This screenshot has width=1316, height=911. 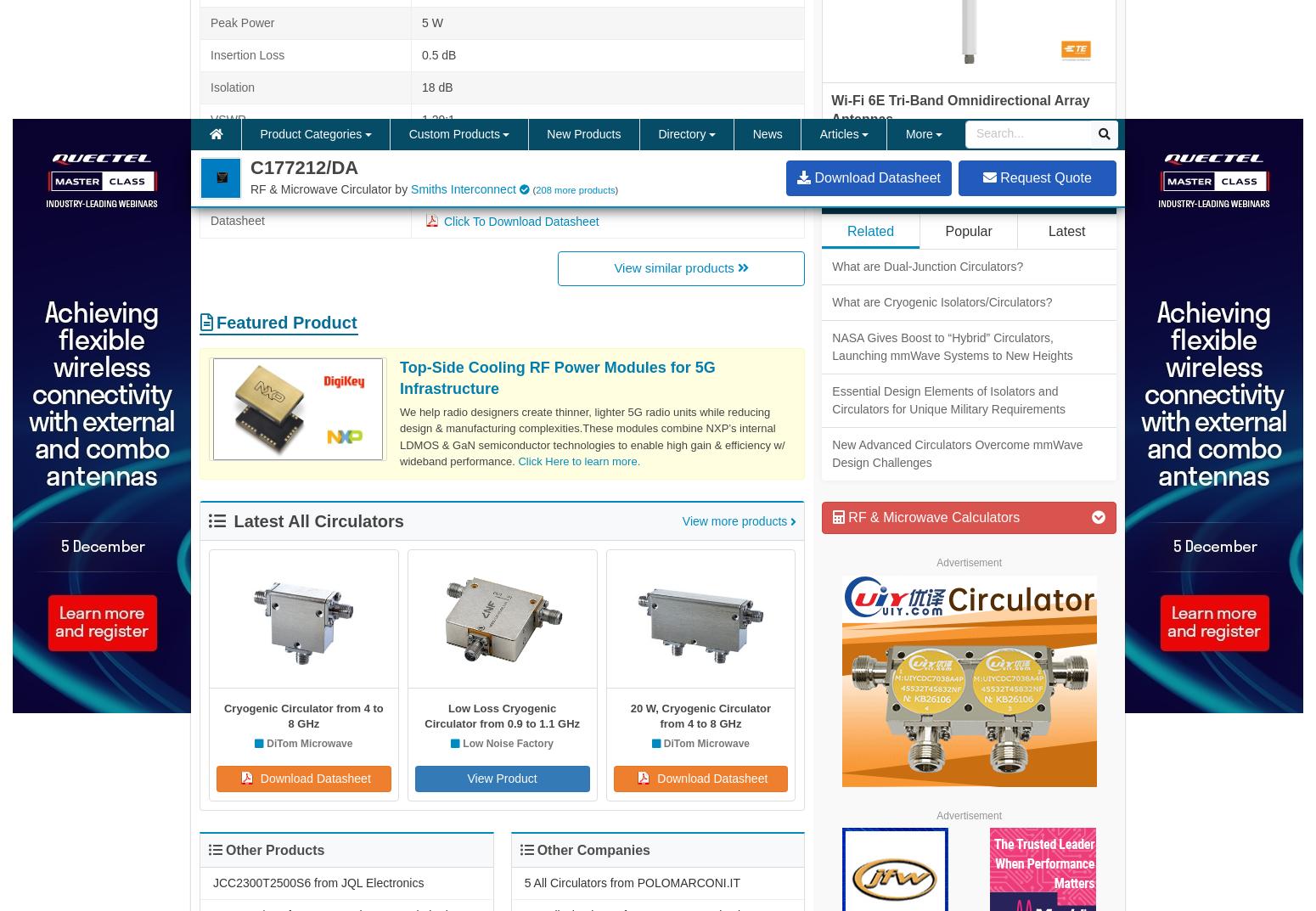 What do you see at coordinates (519, 155) in the screenshot?
I see `'Microstrip Circulators'` at bounding box center [519, 155].